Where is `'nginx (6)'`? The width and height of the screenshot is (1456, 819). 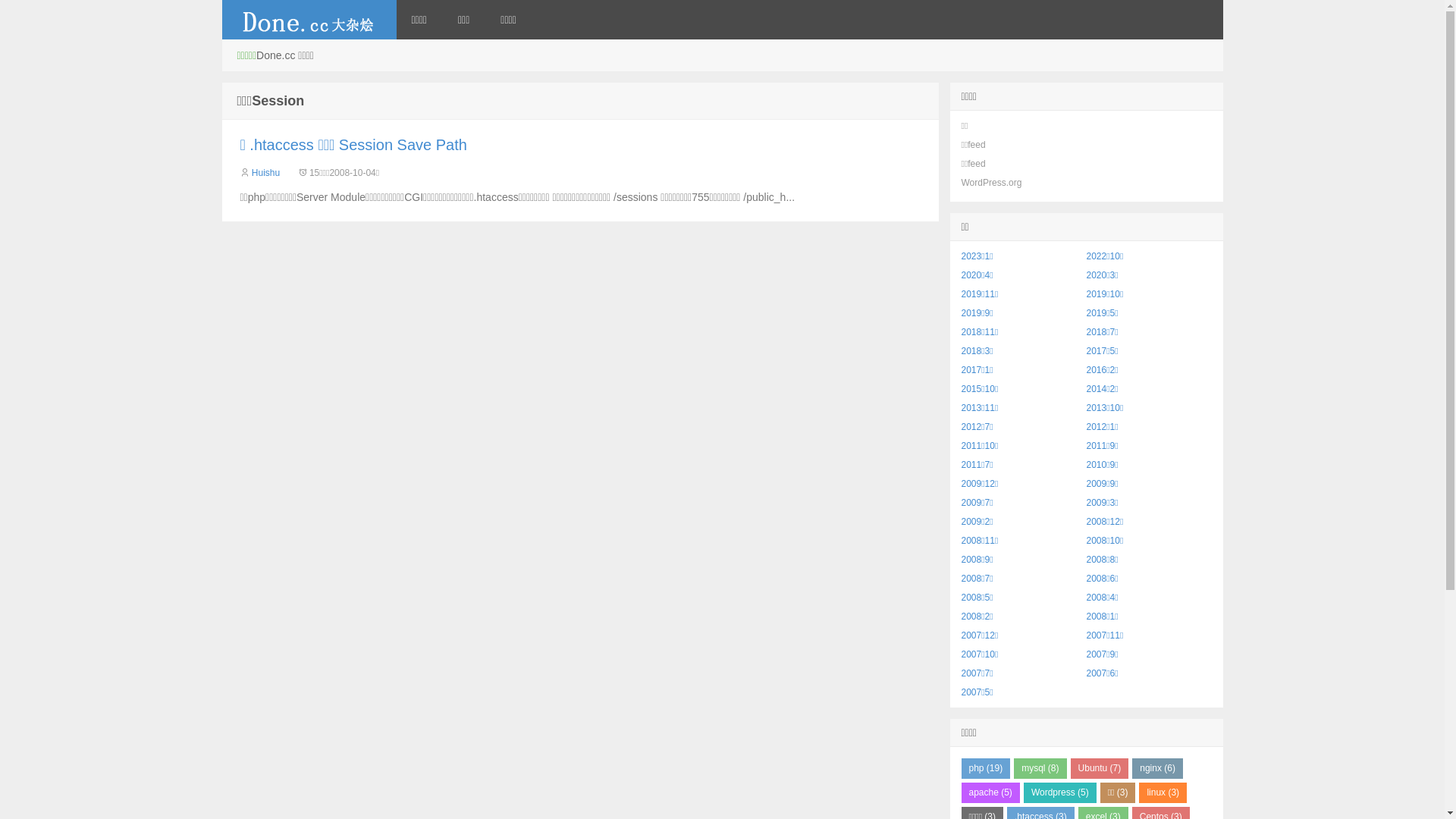 'nginx (6)' is located at coordinates (1156, 768).